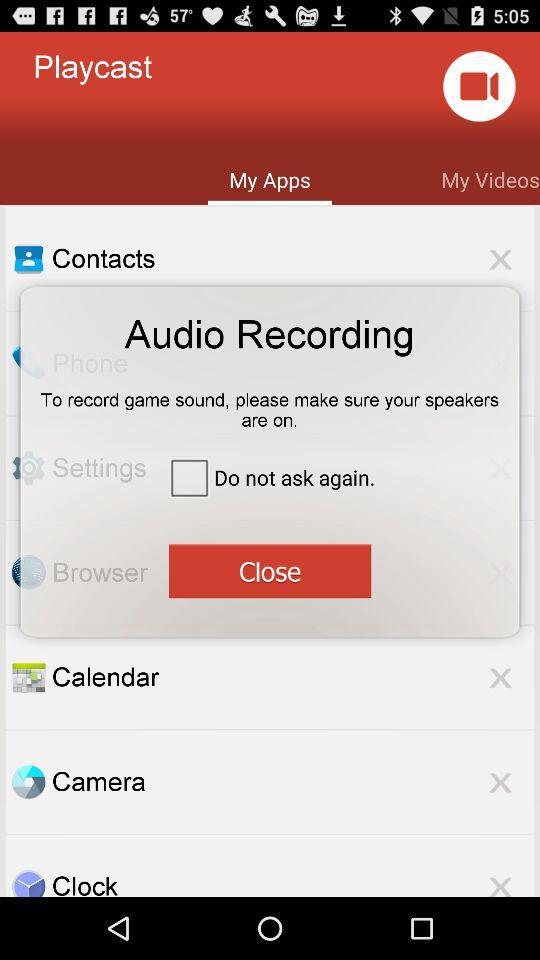 This screenshot has height=960, width=540. I want to click on to record game item, so click(270, 402).